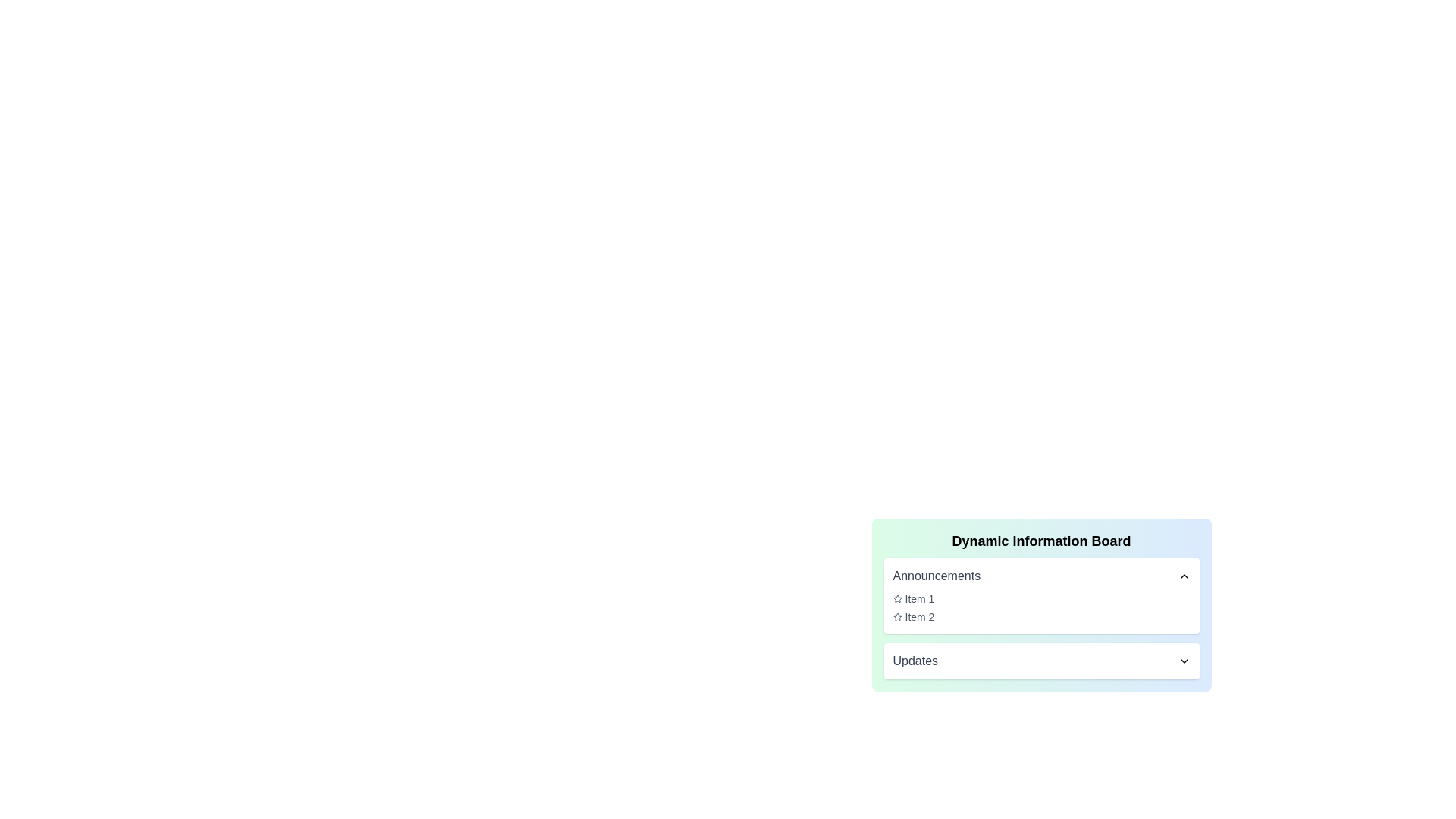 The width and height of the screenshot is (1456, 819). What do you see at coordinates (1040, 617) in the screenshot?
I see `the list item Item 2 in the DynamicNestedList component` at bounding box center [1040, 617].